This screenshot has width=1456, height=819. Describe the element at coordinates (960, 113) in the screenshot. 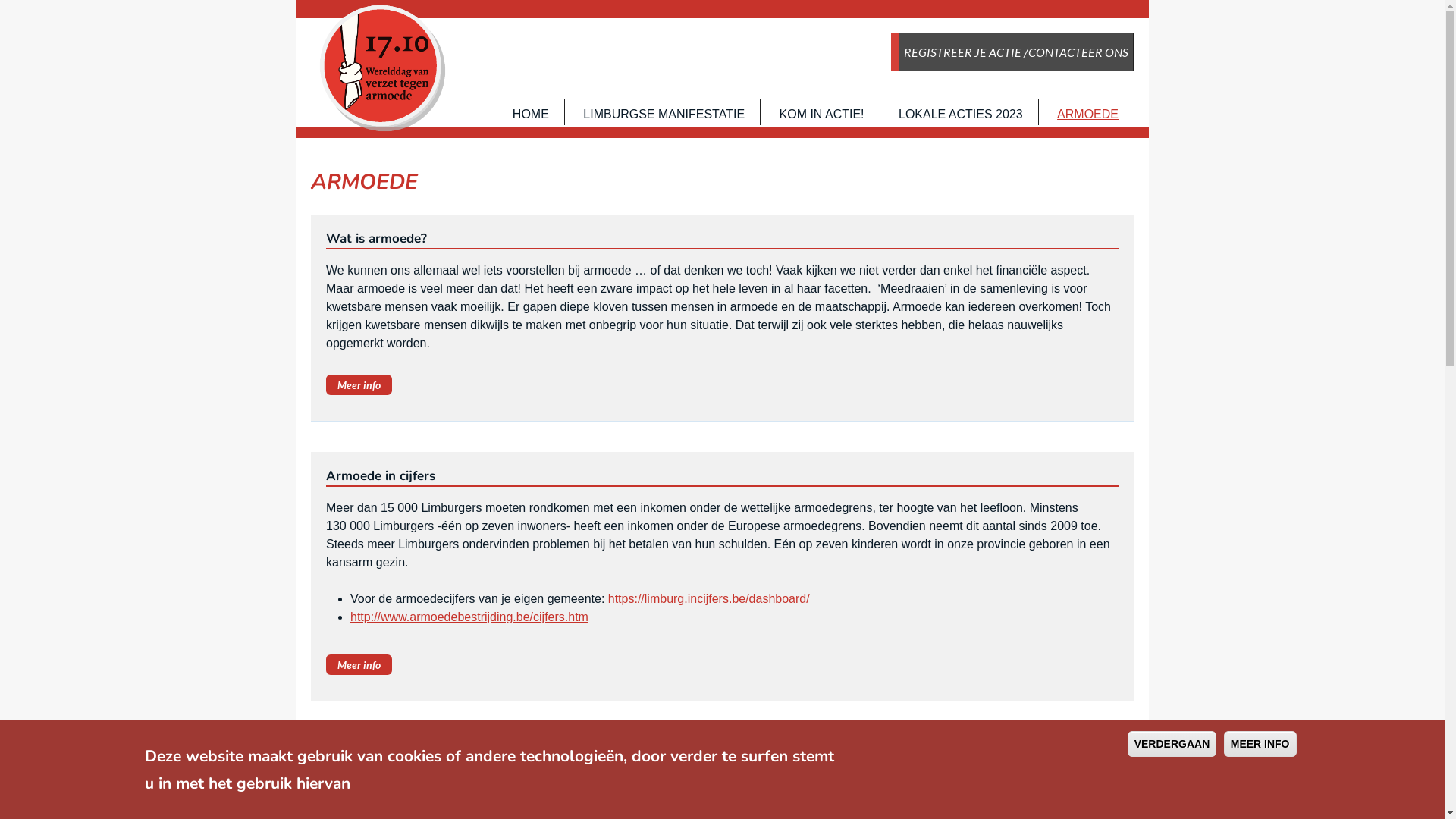

I see `'LOKALE ACTIES 2023'` at that location.